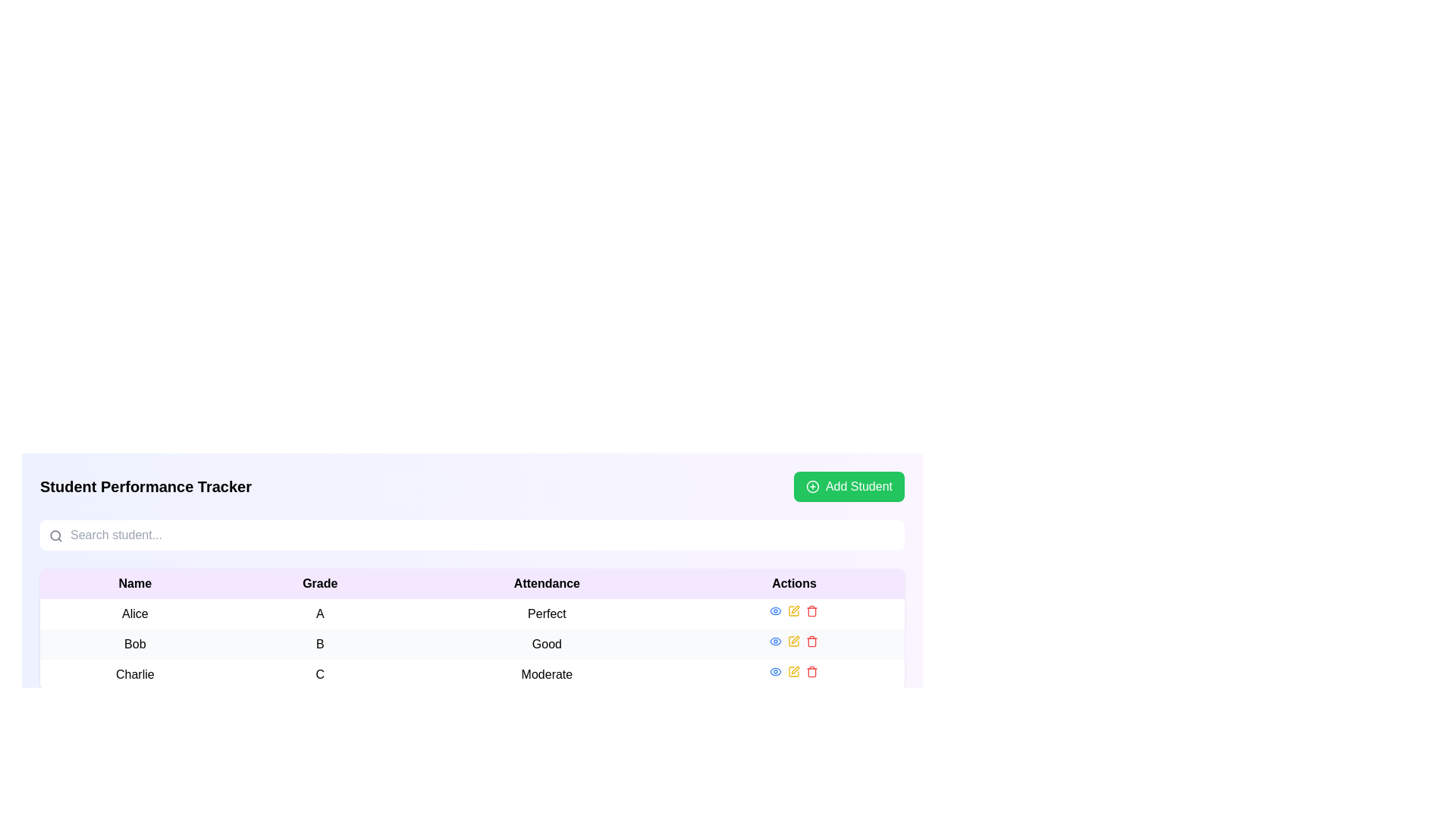 The height and width of the screenshot is (819, 1456). What do you see at coordinates (472, 644) in the screenshot?
I see `the table row displaying information about the person named Bob` at bounding box center [472, 644].